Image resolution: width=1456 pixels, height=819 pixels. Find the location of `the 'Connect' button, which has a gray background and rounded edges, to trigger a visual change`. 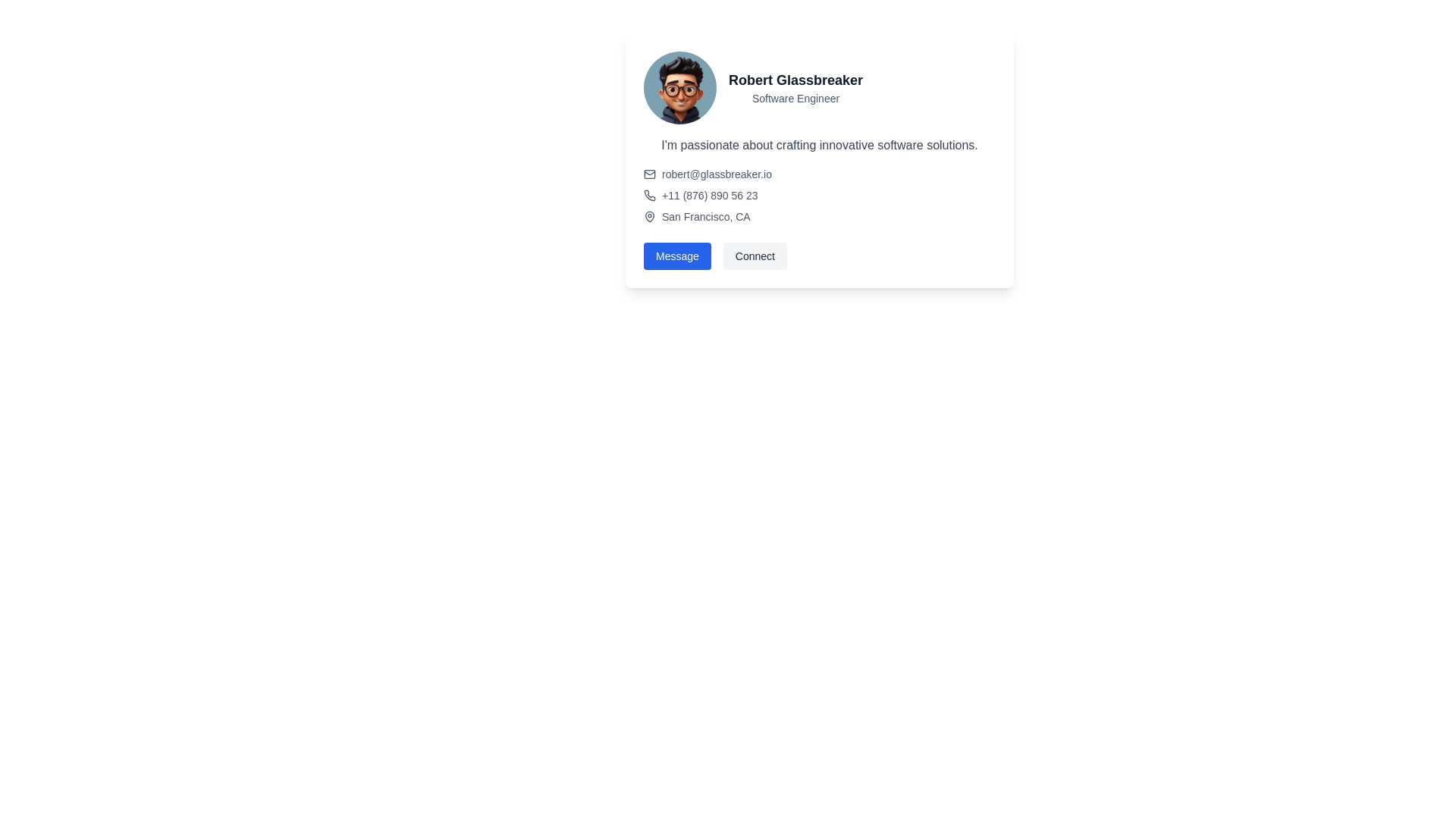

the 'Connect' button, which has a gray background and rounded edges, to trigger a visual change is located at coordinates (755, 256).